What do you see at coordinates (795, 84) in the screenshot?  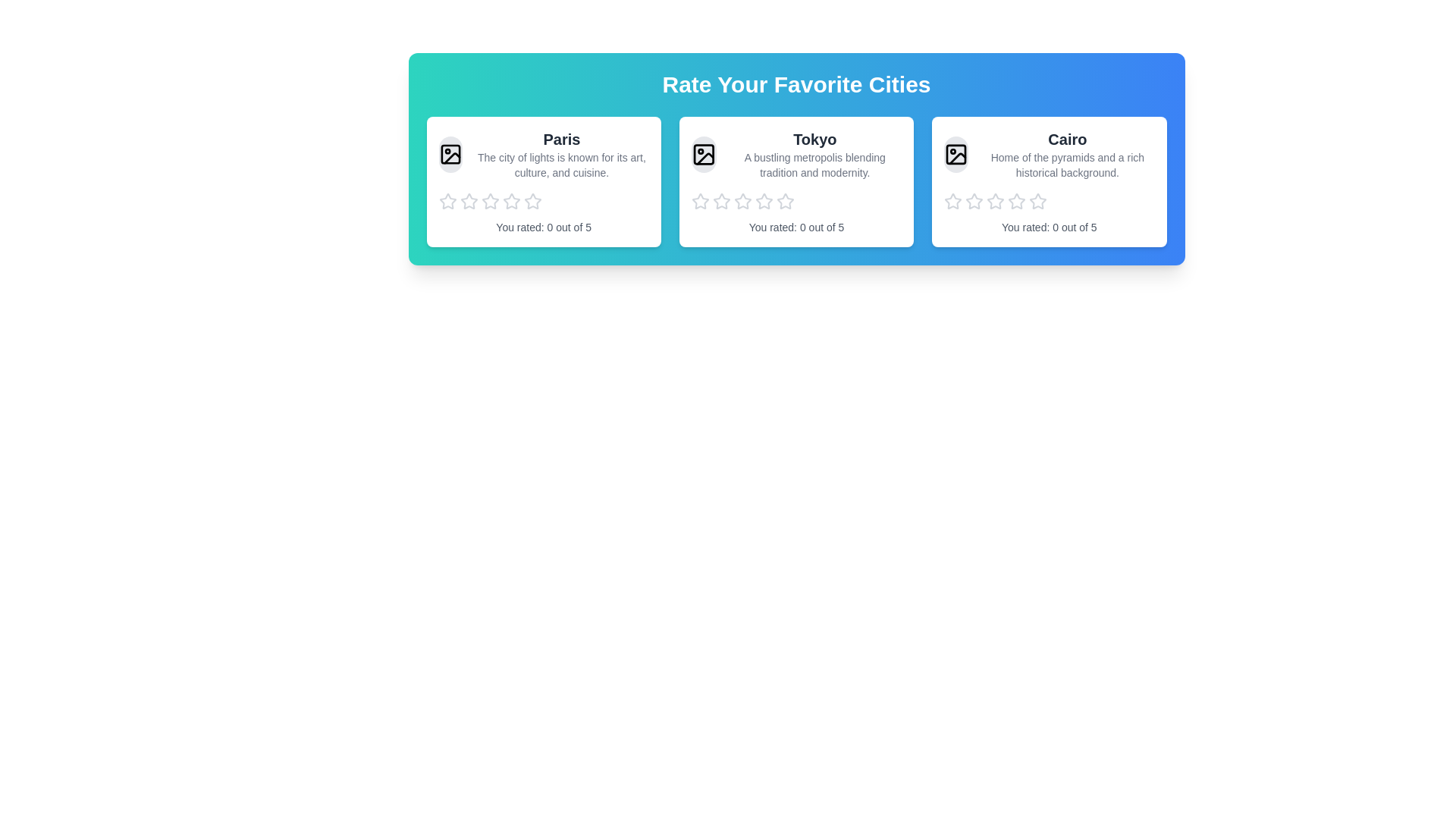 I see `the centered heading with the text 'Rate Your Favorite Cities' which is styled in a bold and large-sized font on a multicolored gradient background bar` at bounding box center [795, 84].